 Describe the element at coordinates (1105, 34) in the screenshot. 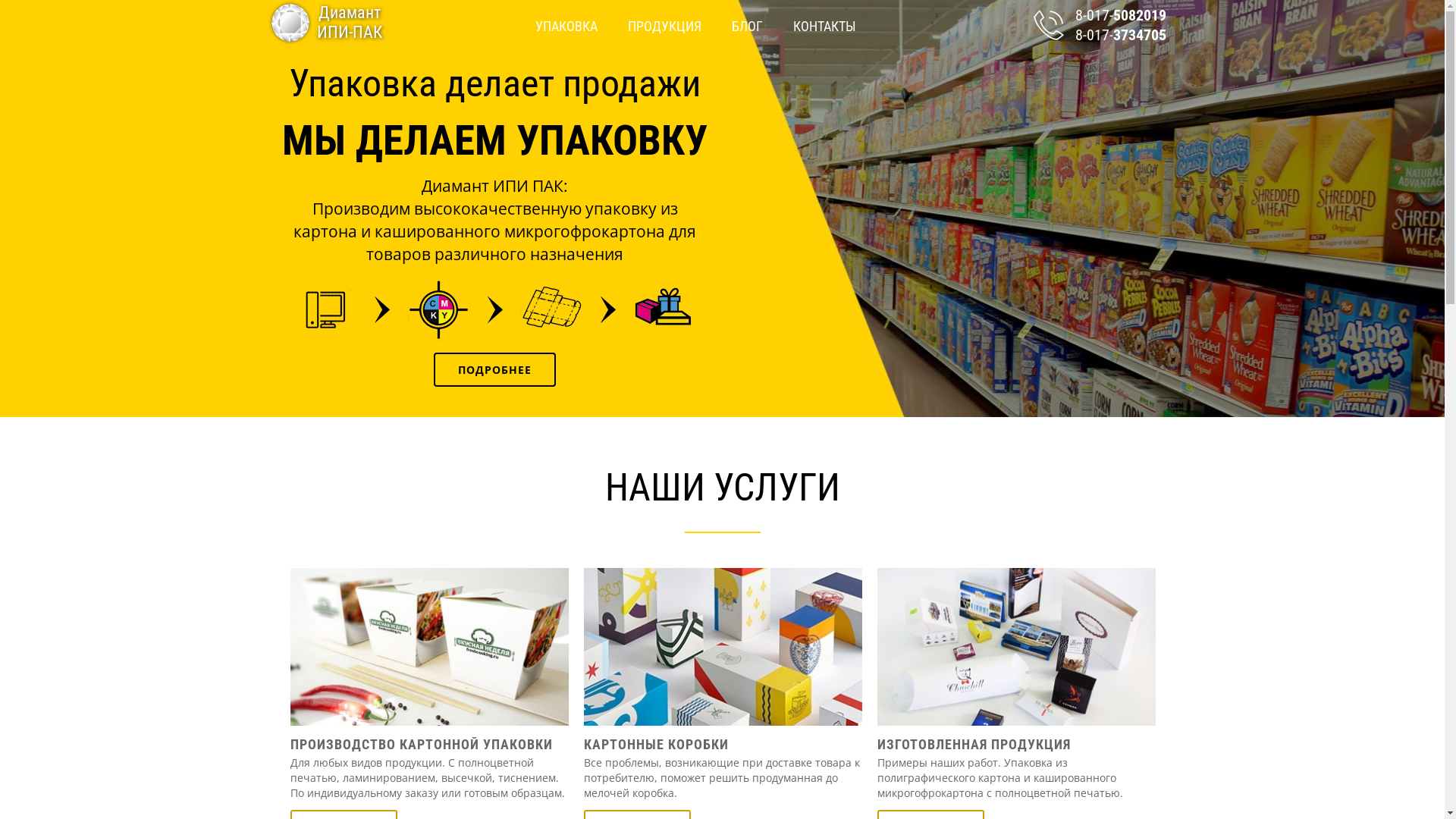

I see `'8-017-3734705'` at that location.